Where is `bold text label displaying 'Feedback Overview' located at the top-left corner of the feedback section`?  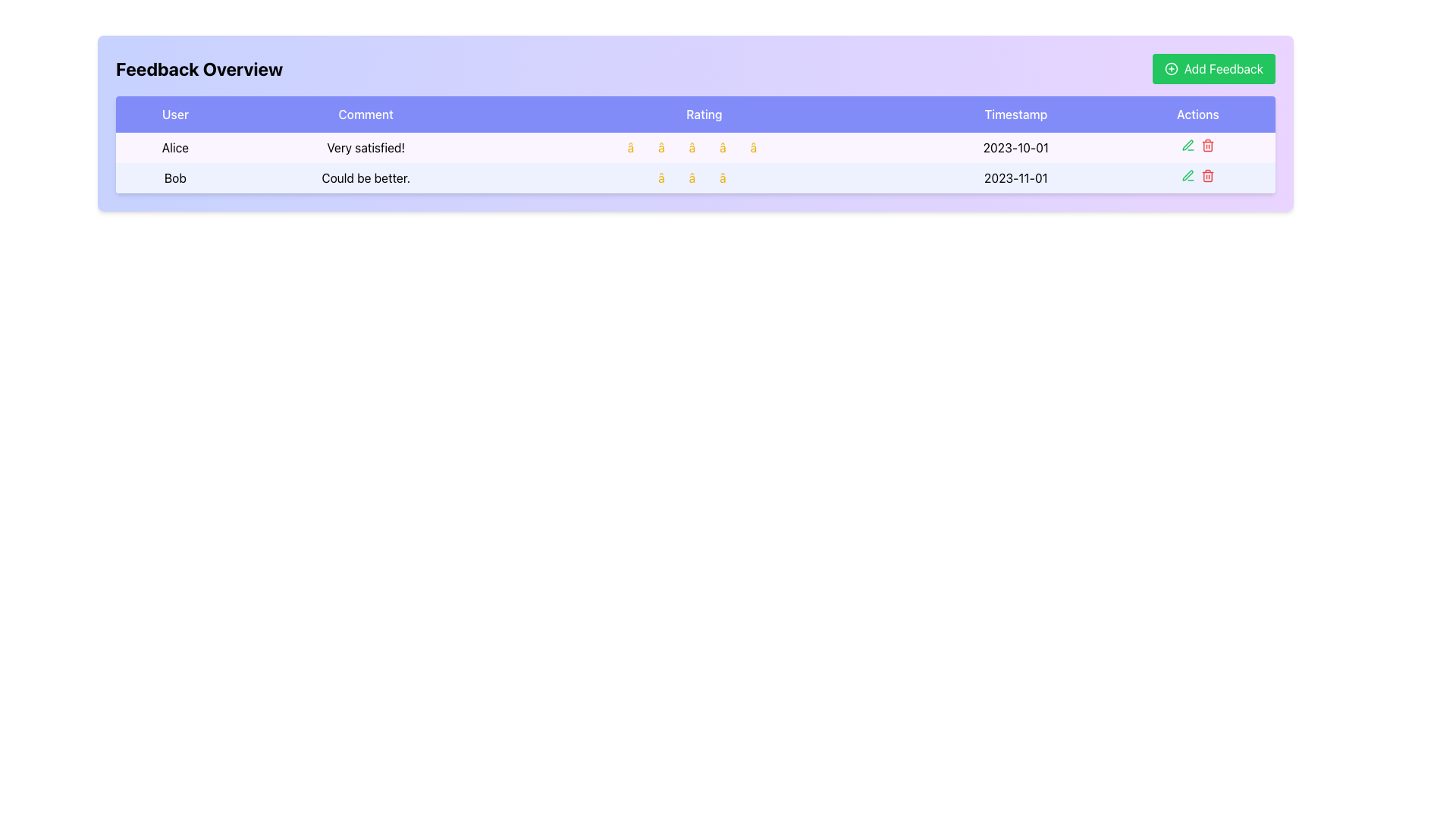
bold text label displaying 'Feedback Overview' located at the top-left corner of the feedback section is located at coordinates (199, 69).